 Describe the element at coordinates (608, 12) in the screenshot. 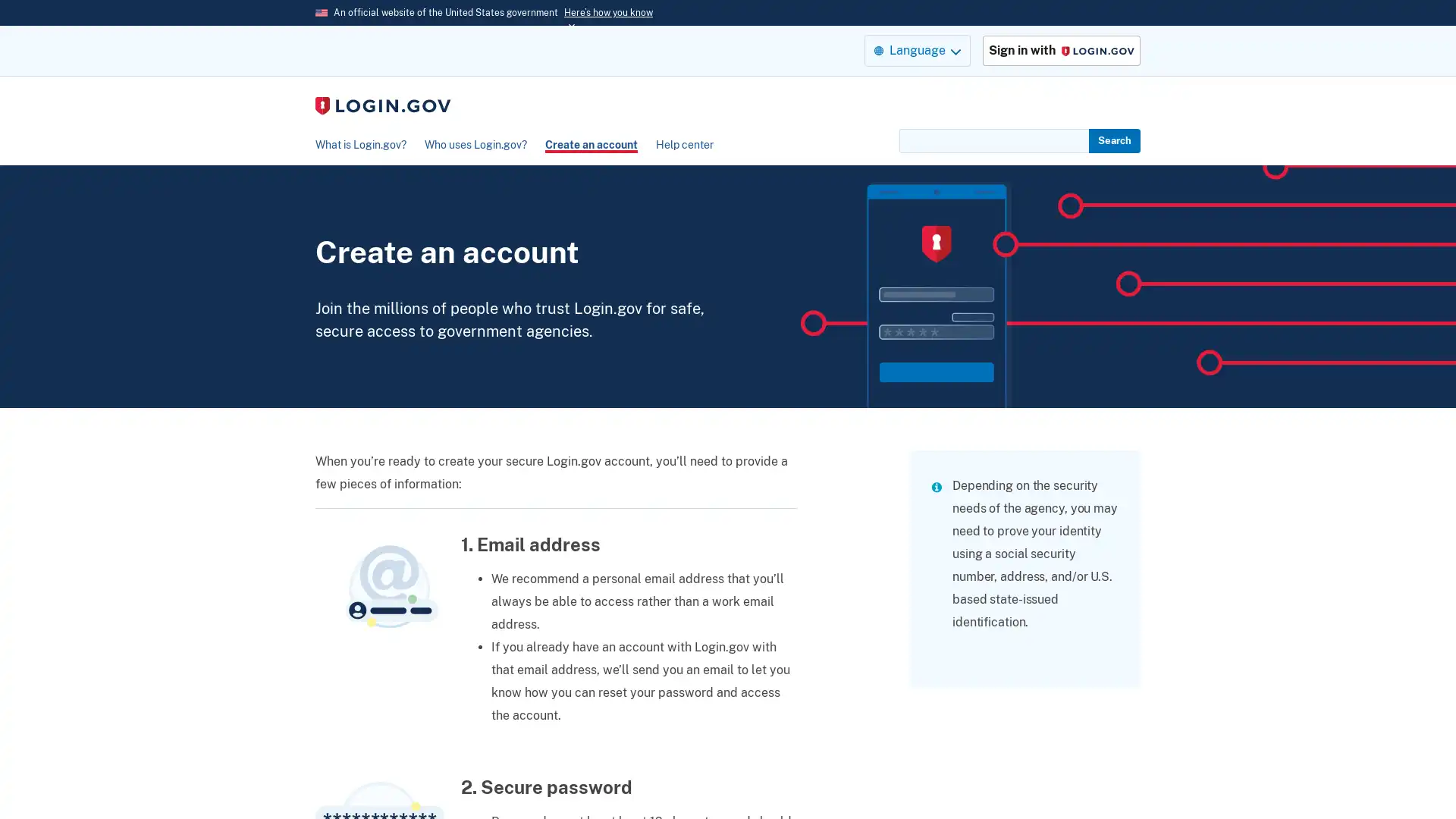

I see `Heres how you know` at that location.